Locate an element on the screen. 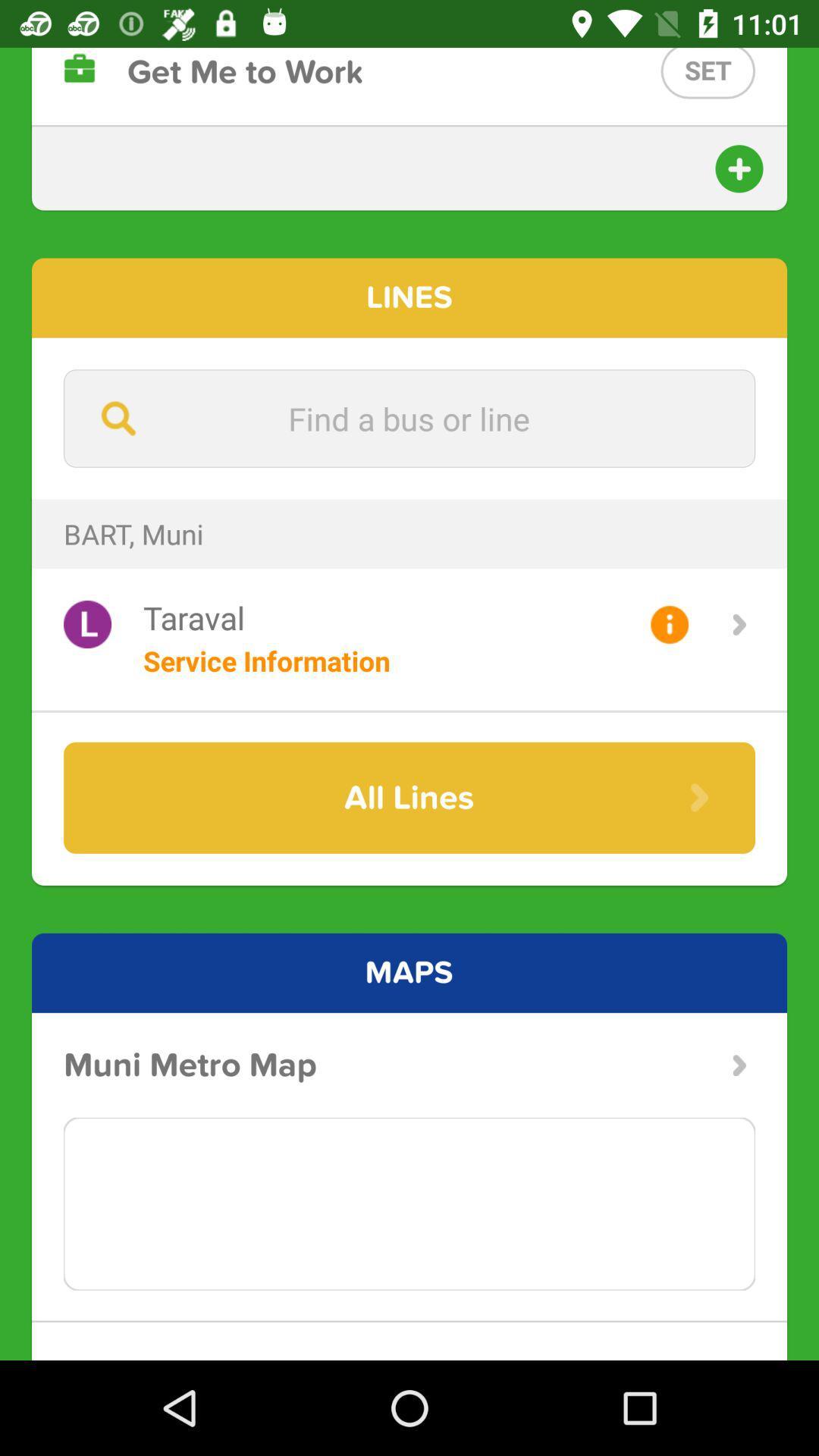  the logo beside taraval is located at coordinates (87, 624).